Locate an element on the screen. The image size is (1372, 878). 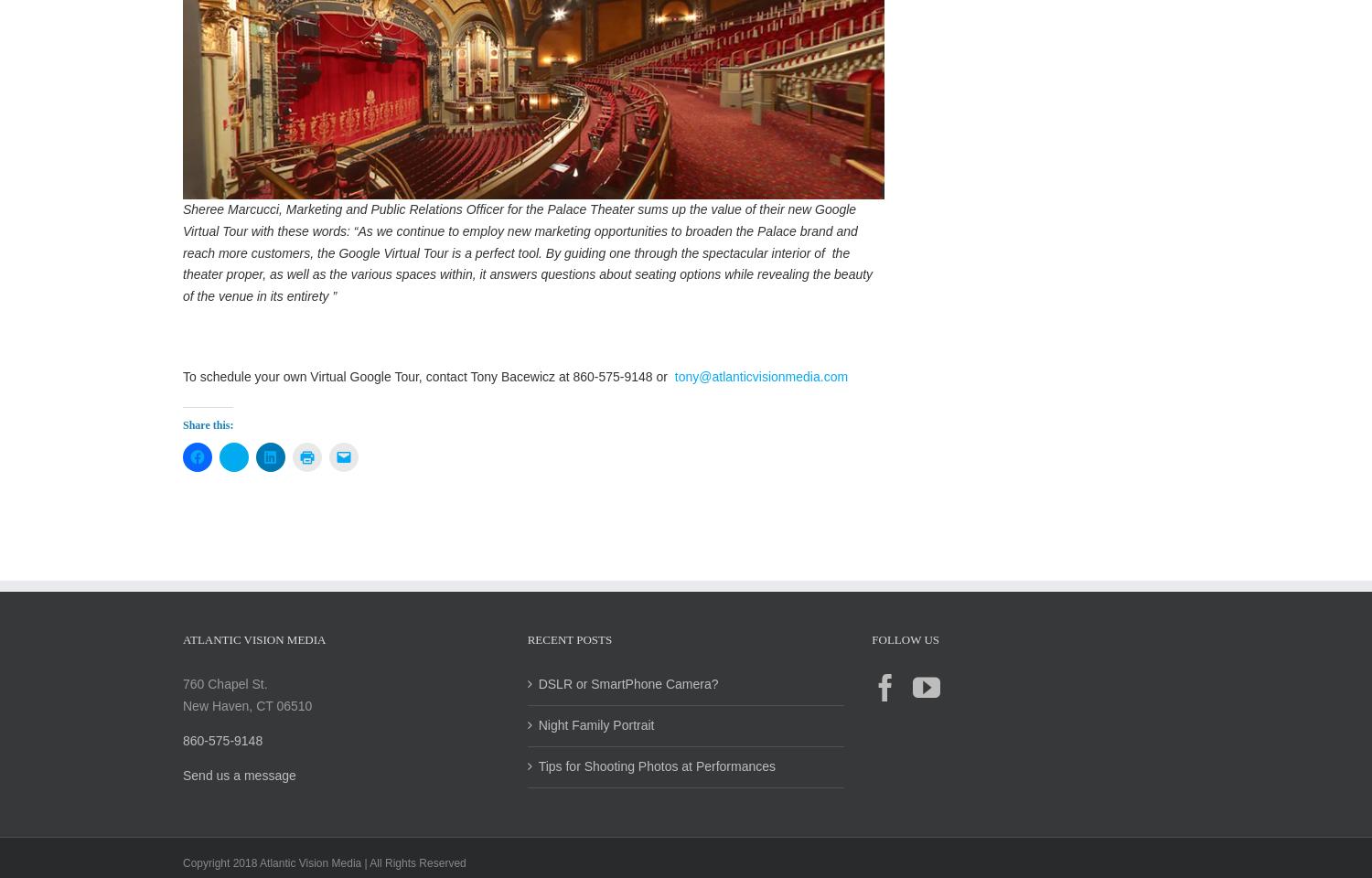
'860-575-9148' is located at coordinates (181, 759).